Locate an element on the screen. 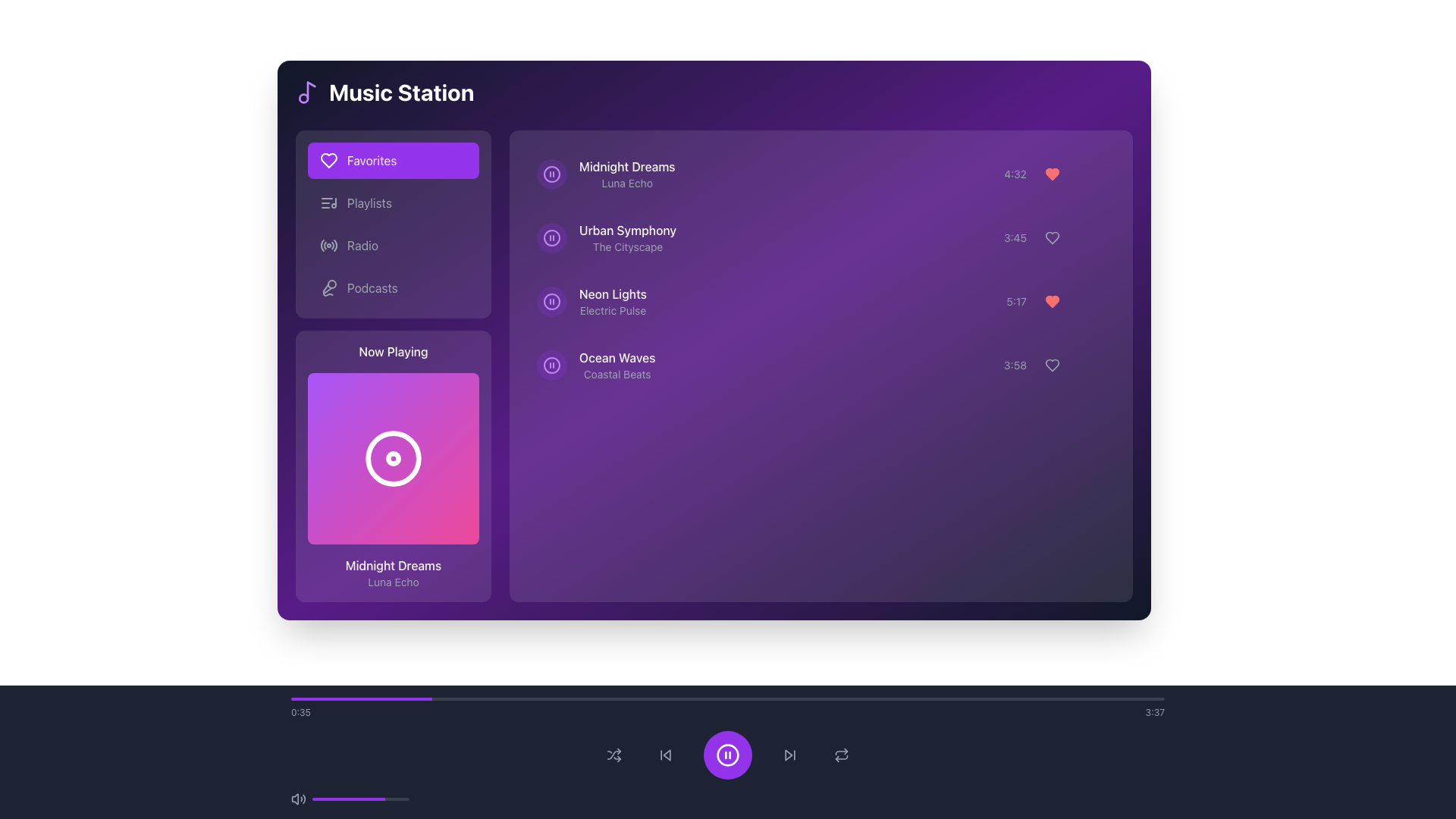  the 'Podcasts' icon located in the vertical menu on the left sidebar of the interface is located at coordinates (328, 288).